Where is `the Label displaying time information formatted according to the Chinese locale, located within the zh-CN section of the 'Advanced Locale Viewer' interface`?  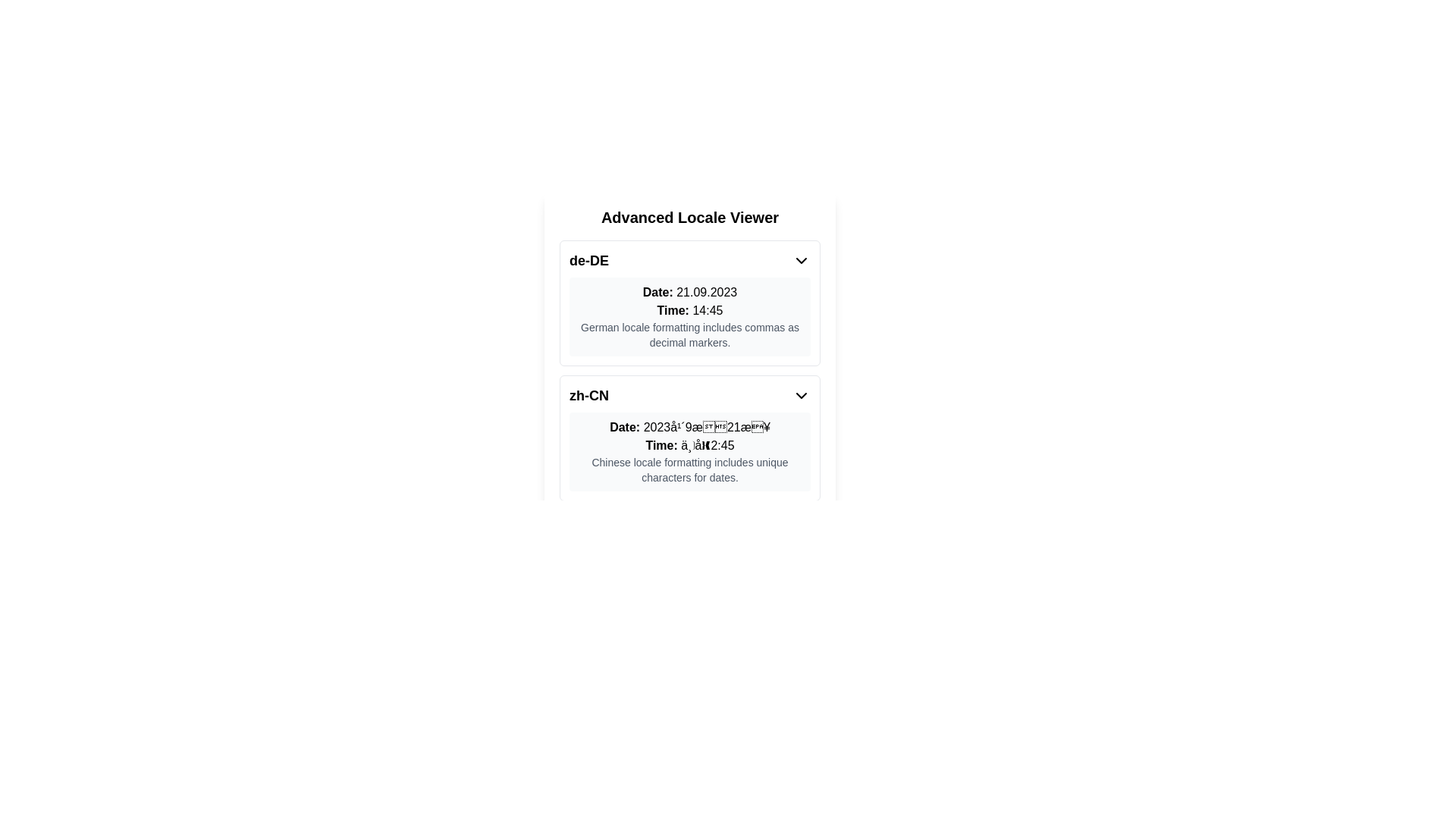 the Label displaying time information formatted according to the Chinese locale, located within the zh-CN section of the 'Advanced Locale Viewer' interface is located at coordinates (689, 444).